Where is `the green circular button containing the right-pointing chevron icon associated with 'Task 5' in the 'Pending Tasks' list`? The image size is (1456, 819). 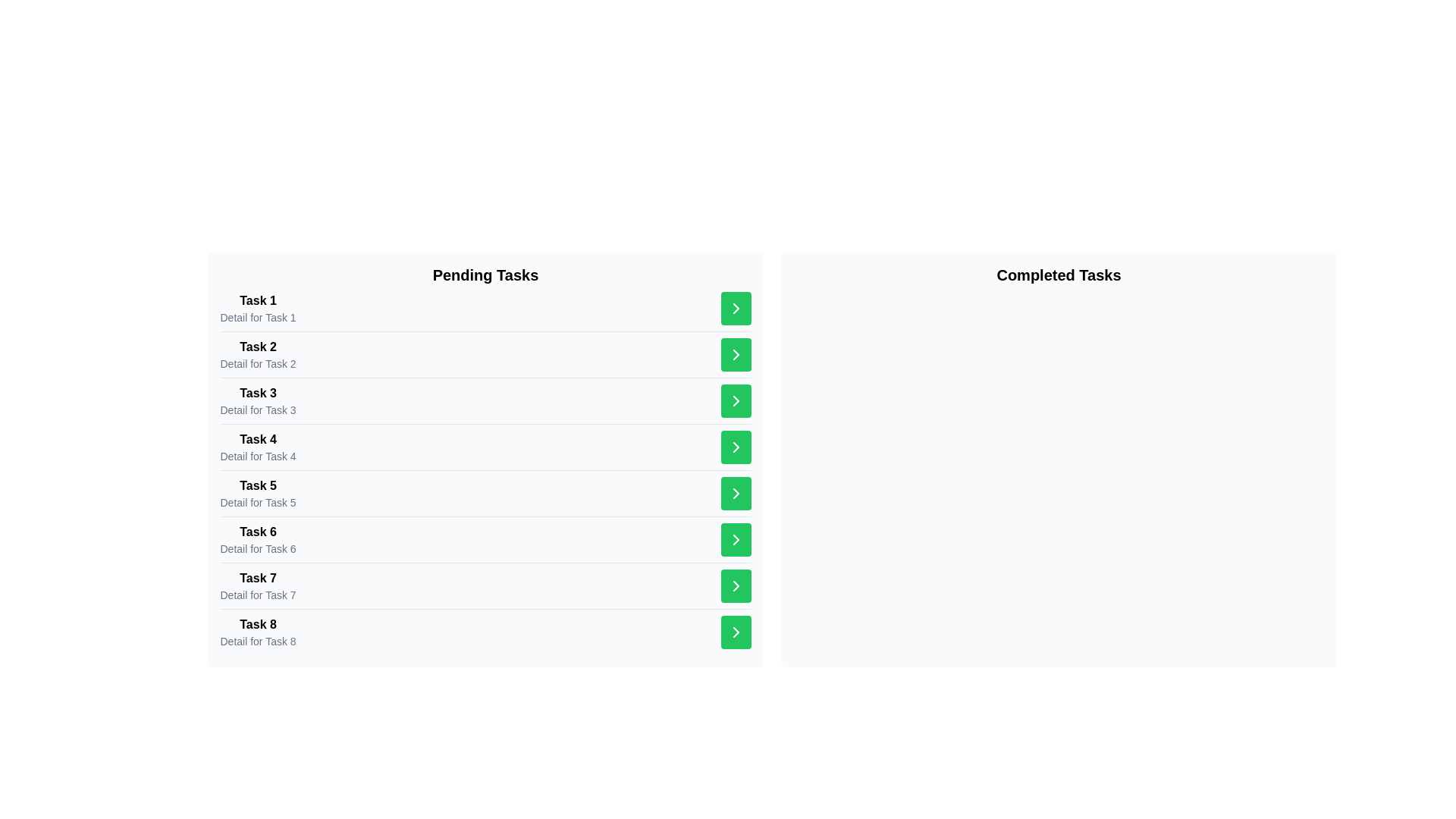 the green circular button containing the right-pointing chevron icon associated with 'Task 5' in the 'Pending Tasks' list is located at coordinates (736, 494).